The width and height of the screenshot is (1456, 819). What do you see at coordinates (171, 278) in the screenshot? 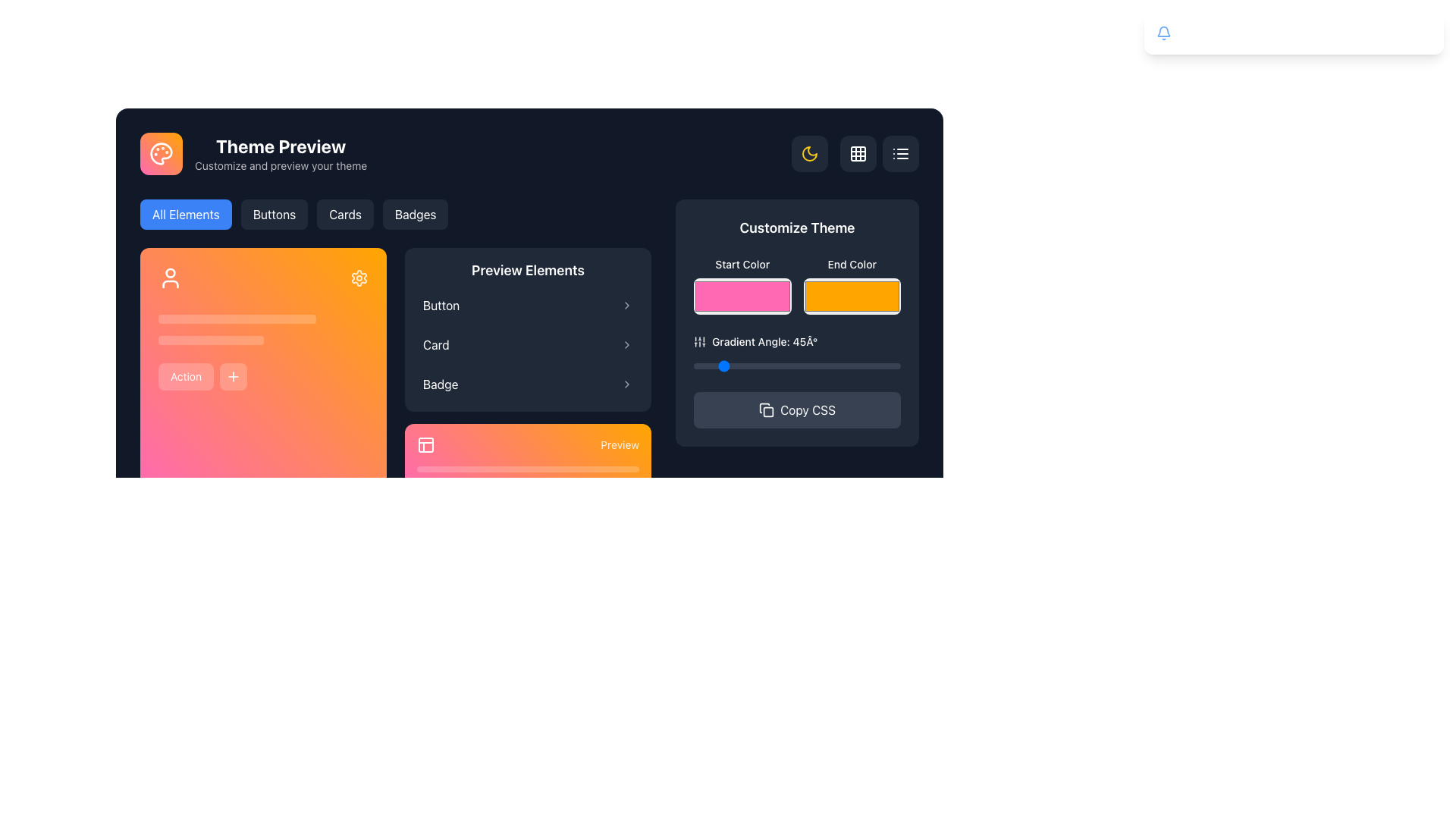
I see `the user icon, which is a minimalistic outline of a person, styled in white color and located in the top-left corner of a panel with a gradient orange background` at bounding box center [171, 278].